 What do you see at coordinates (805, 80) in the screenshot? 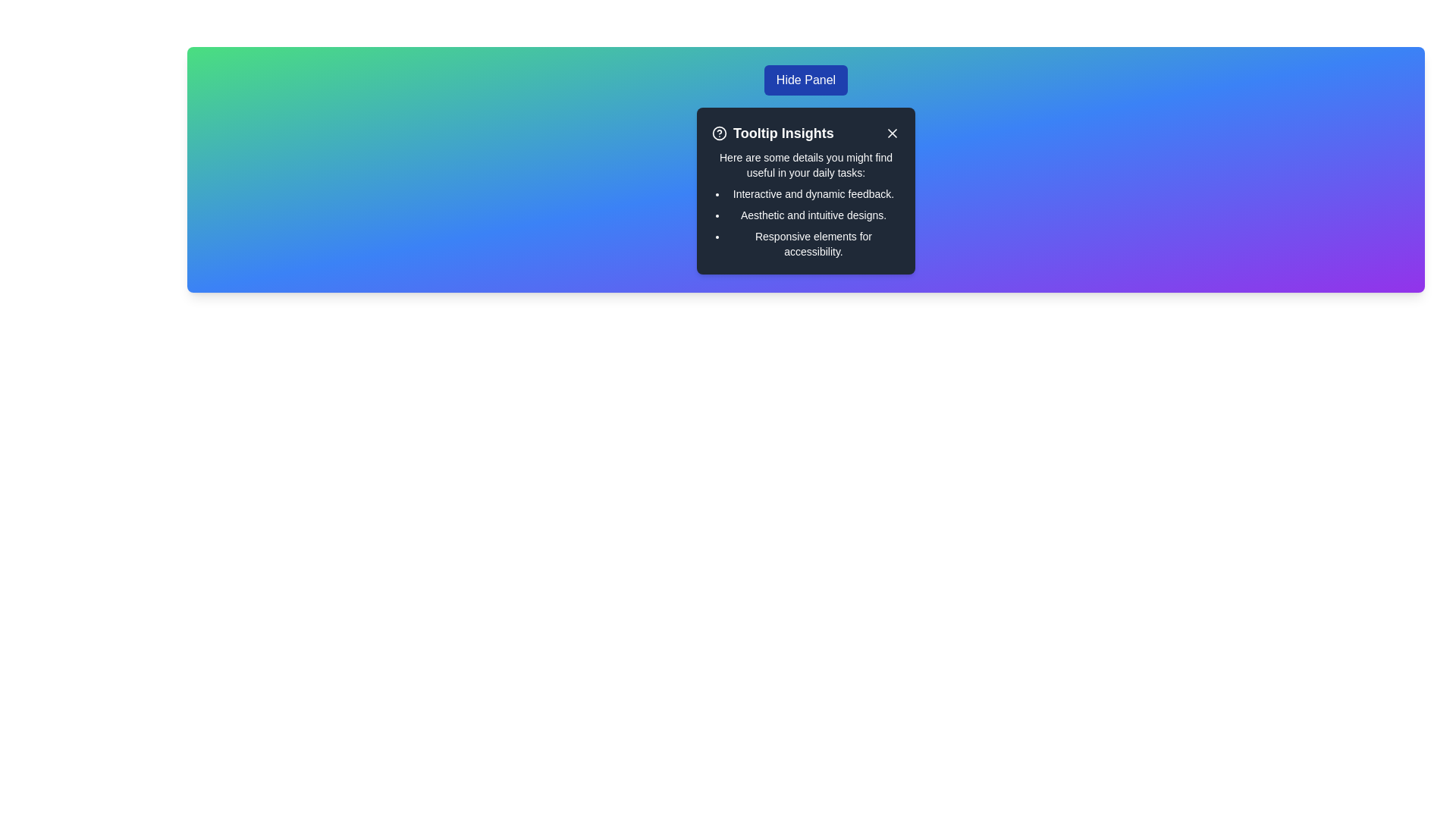
I see `the 'Hide Panel' button located at the top section of a gradient background panel, which is horizontally centered above the 'Tooltip Insights' tooltip box` at bounding box center [805, 80].